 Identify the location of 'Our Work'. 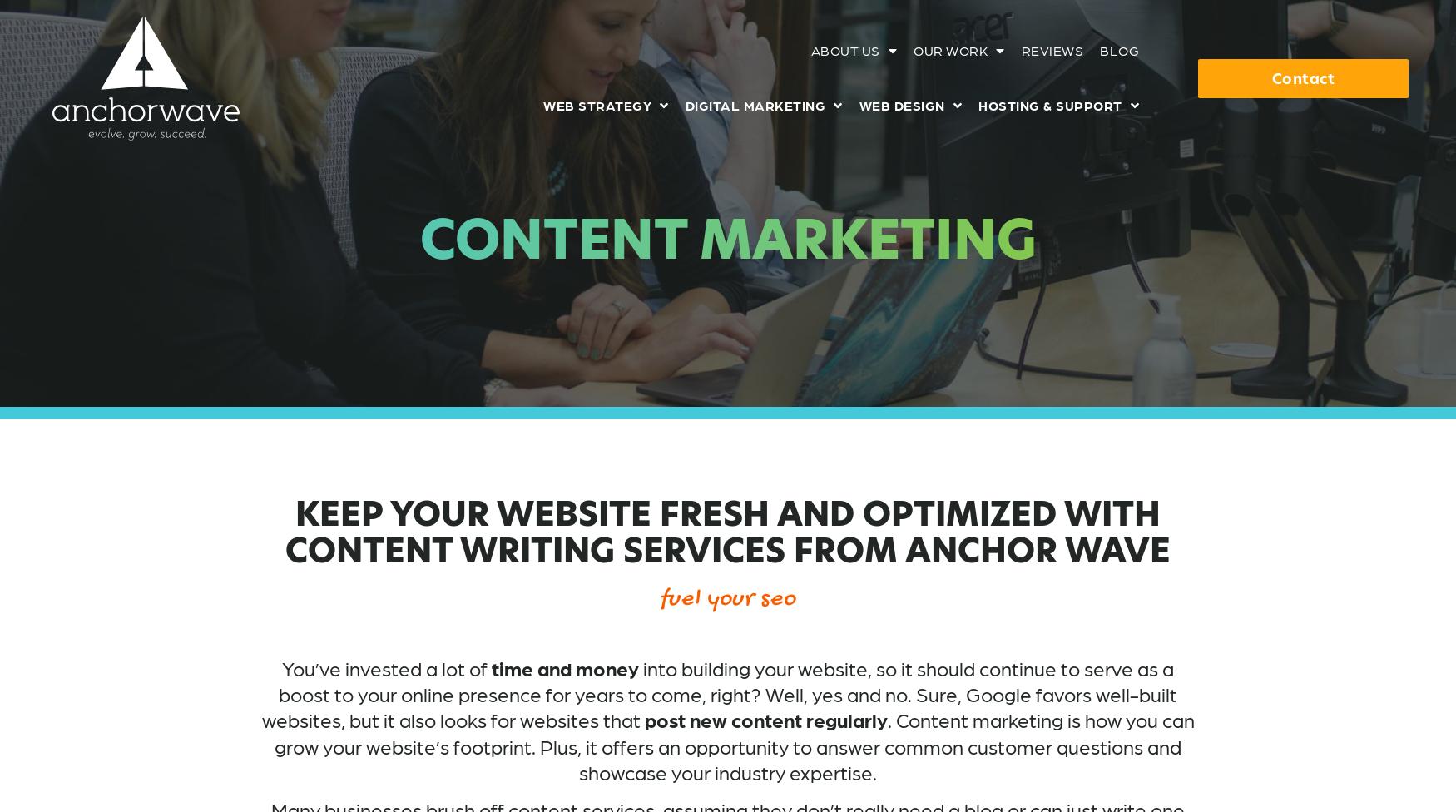
(949, 50).